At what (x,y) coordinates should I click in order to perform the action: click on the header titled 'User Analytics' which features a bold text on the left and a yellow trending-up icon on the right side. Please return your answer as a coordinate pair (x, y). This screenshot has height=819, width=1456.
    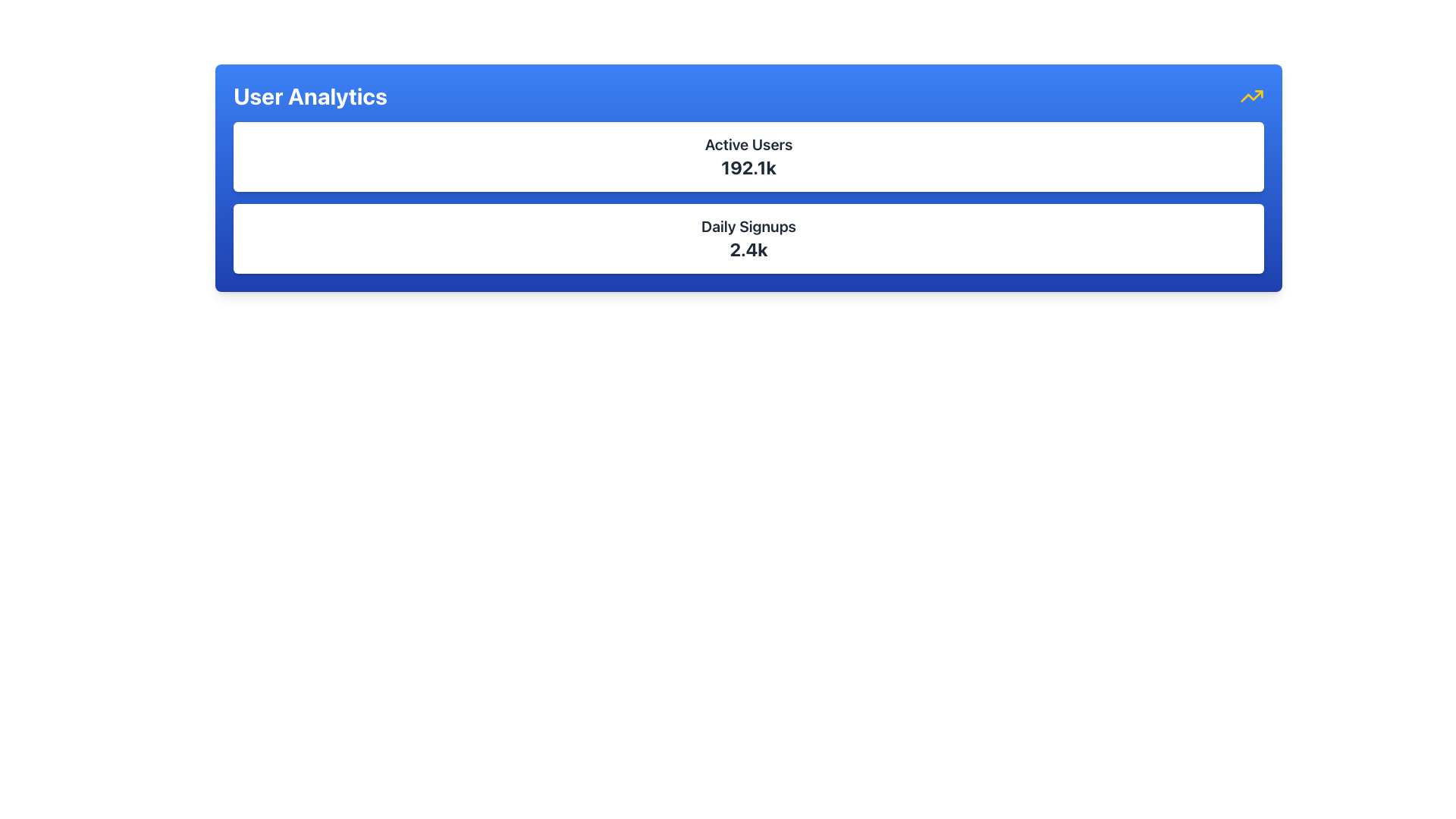
    Looking at the image, I should click on (748, 96).